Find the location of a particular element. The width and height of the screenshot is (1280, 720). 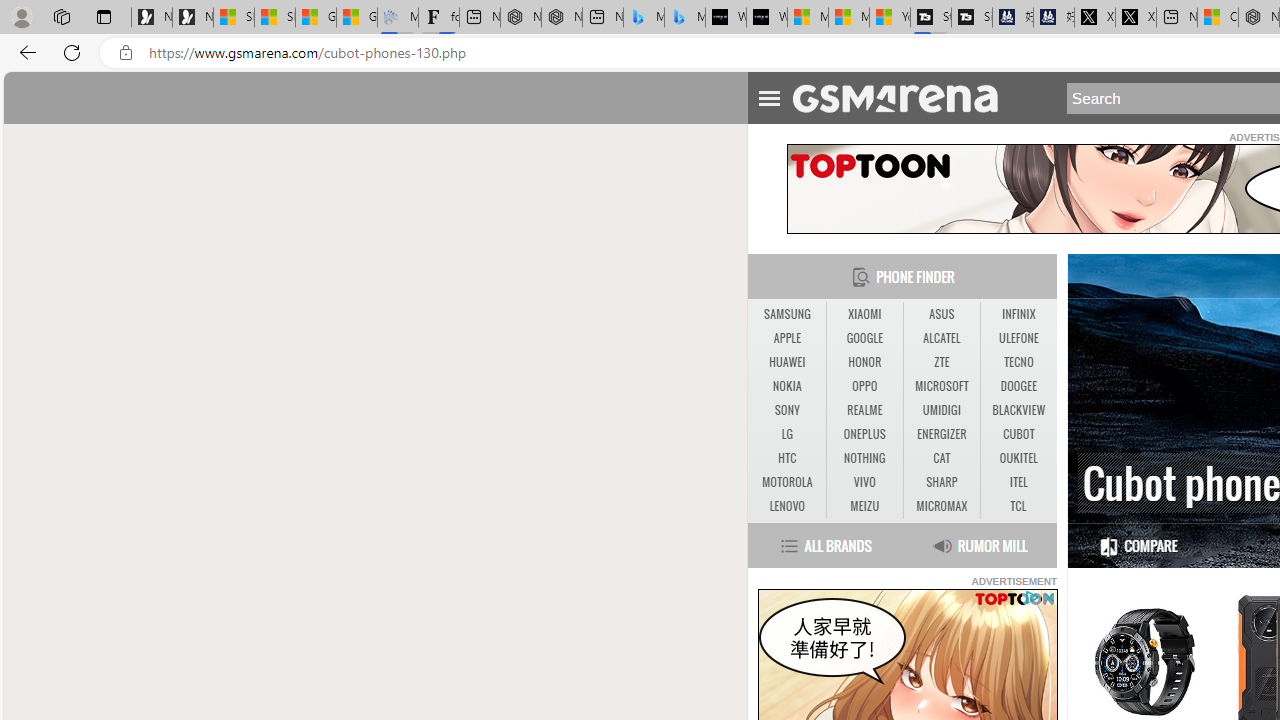

'OUKITEL' is located at coordinates (1018, 458).